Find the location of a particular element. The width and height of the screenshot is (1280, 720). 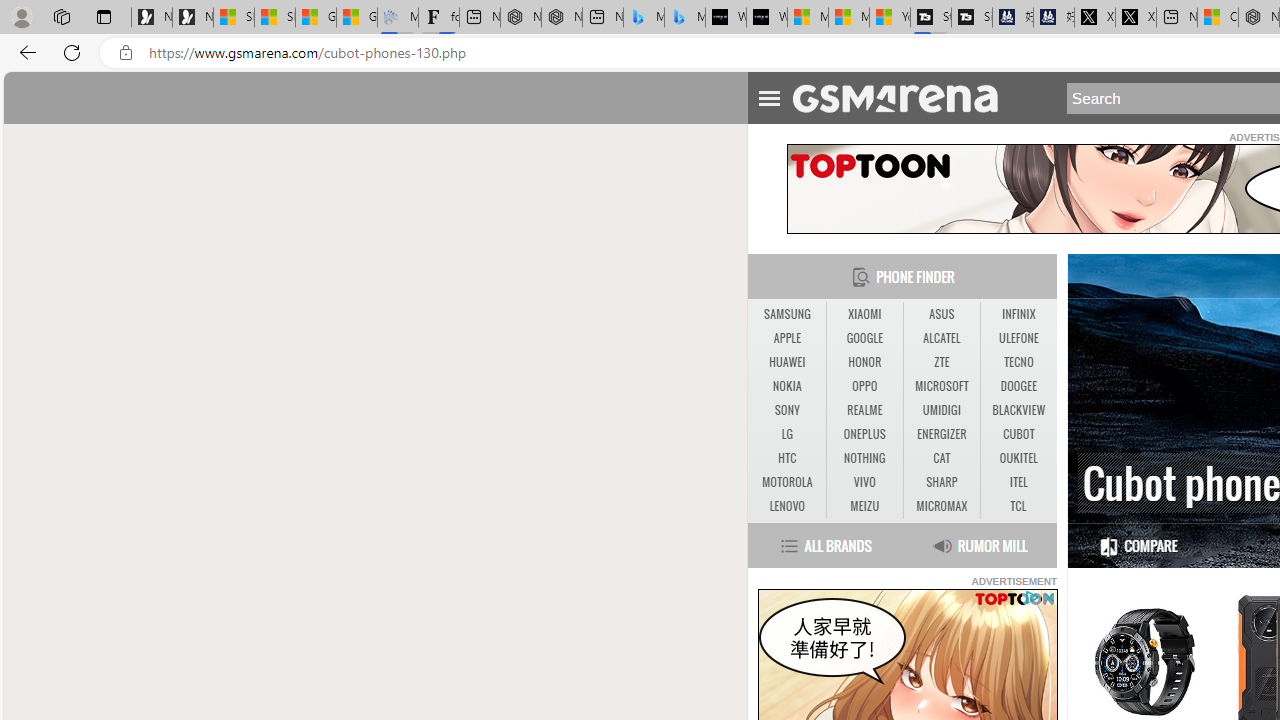

'OUKITEL' is located at coordinates (1018, 458).